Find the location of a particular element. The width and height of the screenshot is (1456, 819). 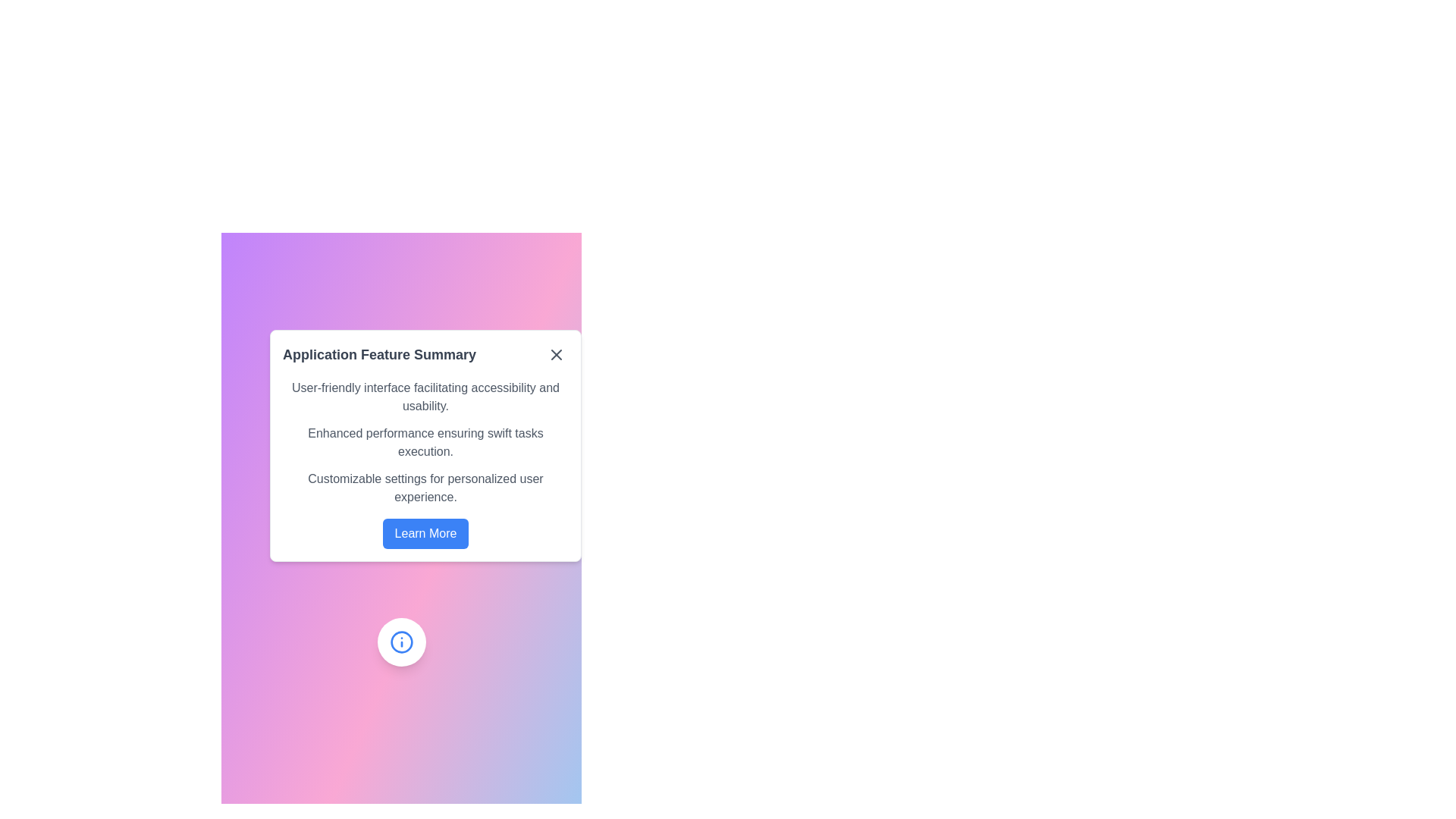

the 'X'-shaped icon button located in the top-right corner of the 'Application Feature Summary' panel is located at coordinates (556, 354).